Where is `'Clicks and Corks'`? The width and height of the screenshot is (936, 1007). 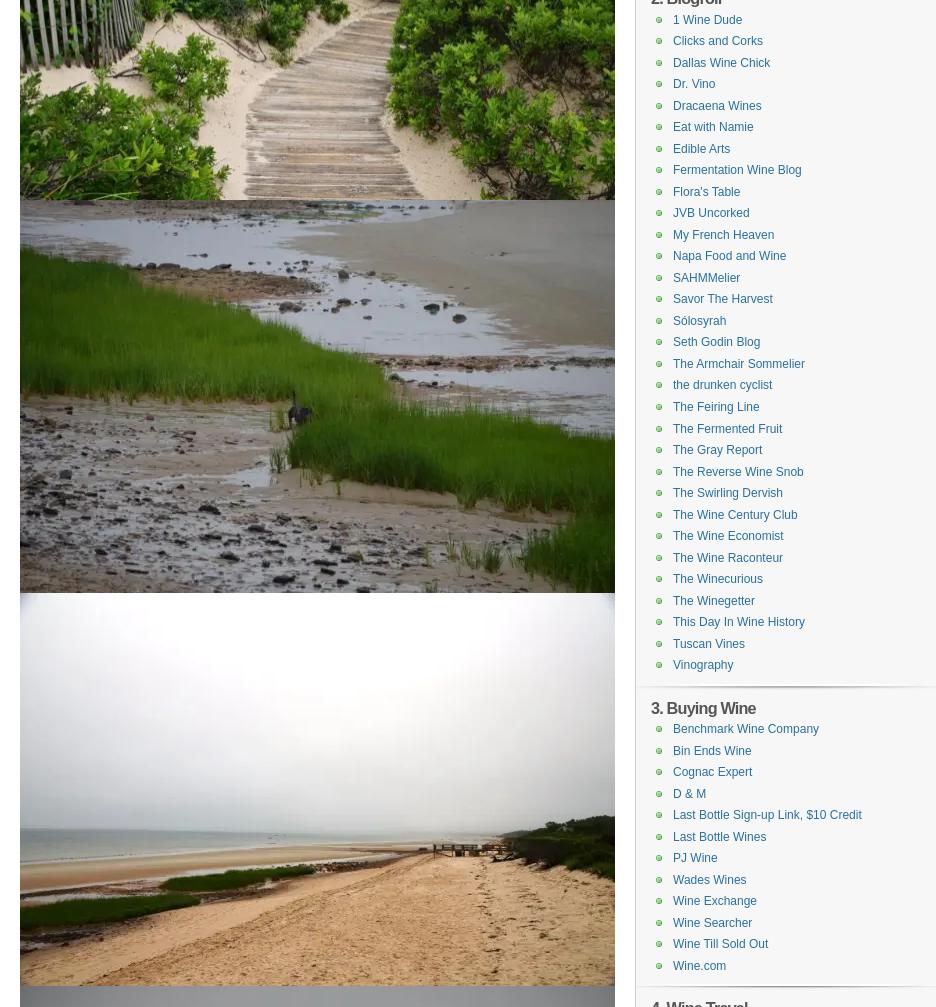 'Clicks and Corks' is located at coordinates (672, 40).